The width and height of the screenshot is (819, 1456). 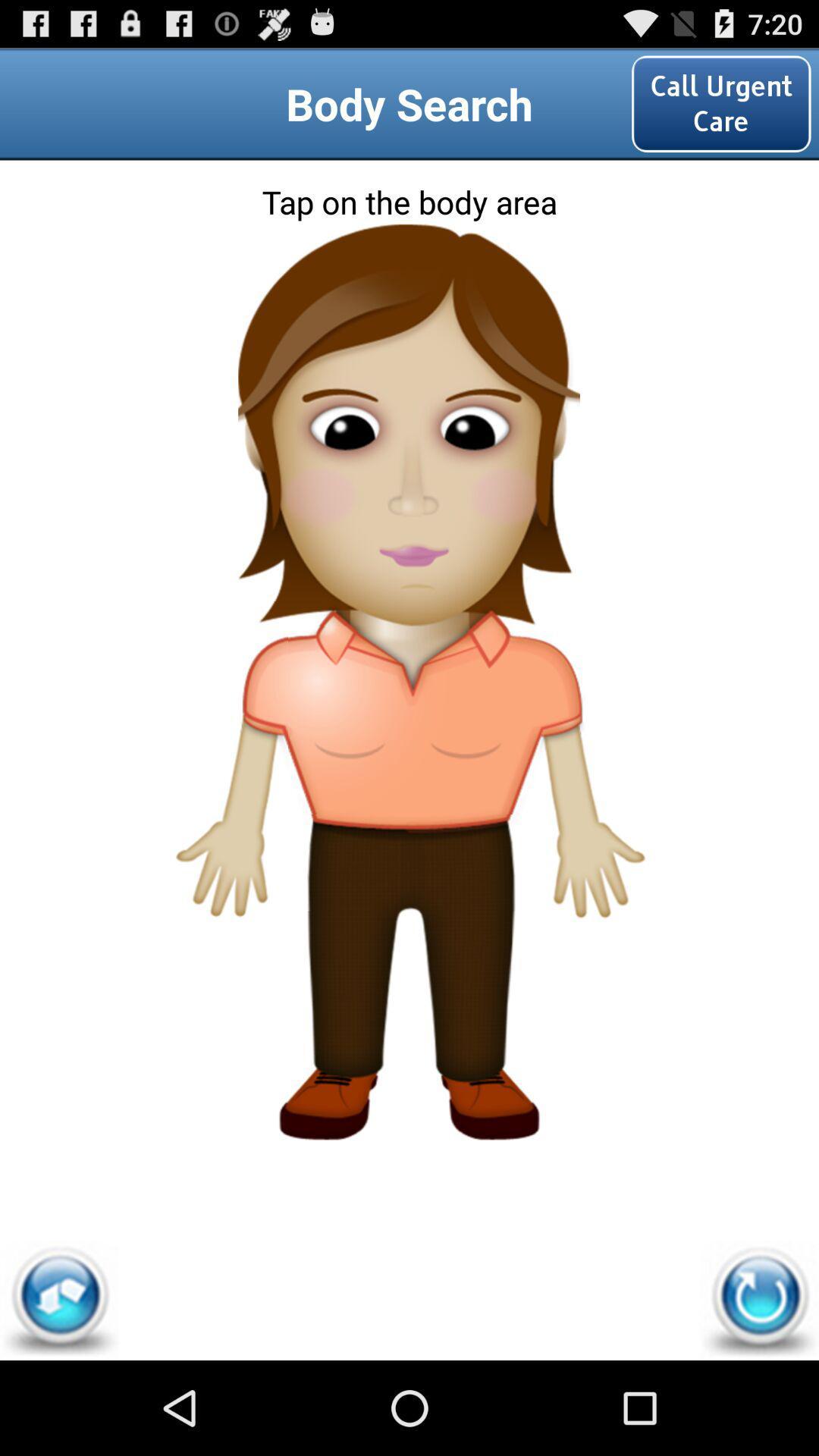 I want to click on the call urgent care icon, so click(x=720, y=103).